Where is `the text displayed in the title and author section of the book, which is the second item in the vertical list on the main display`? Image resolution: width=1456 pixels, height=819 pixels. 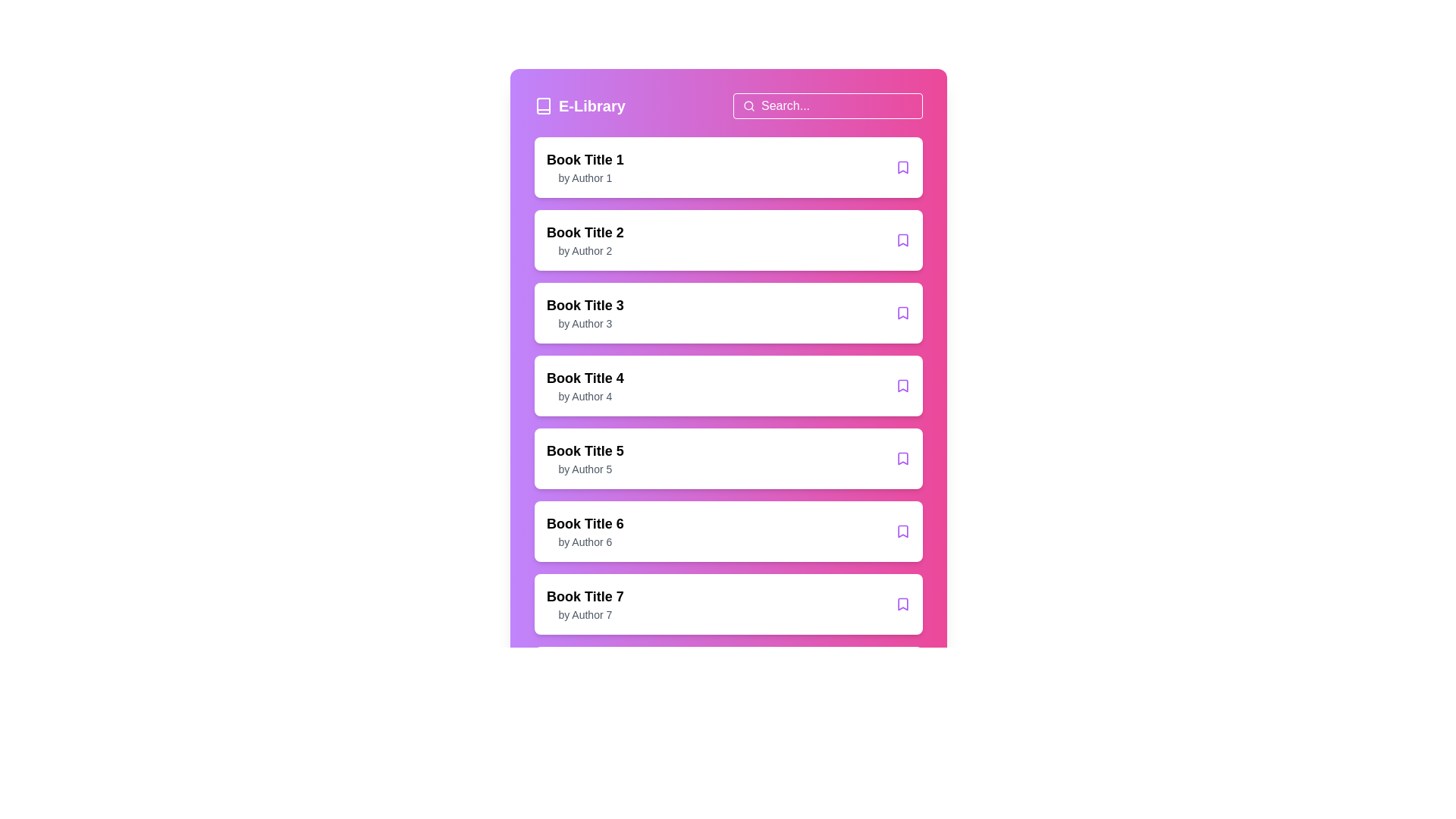
the text displayed in the title and author section of the book, which is the second item in the vertical list on the main display is located at coordinates (584, 239).